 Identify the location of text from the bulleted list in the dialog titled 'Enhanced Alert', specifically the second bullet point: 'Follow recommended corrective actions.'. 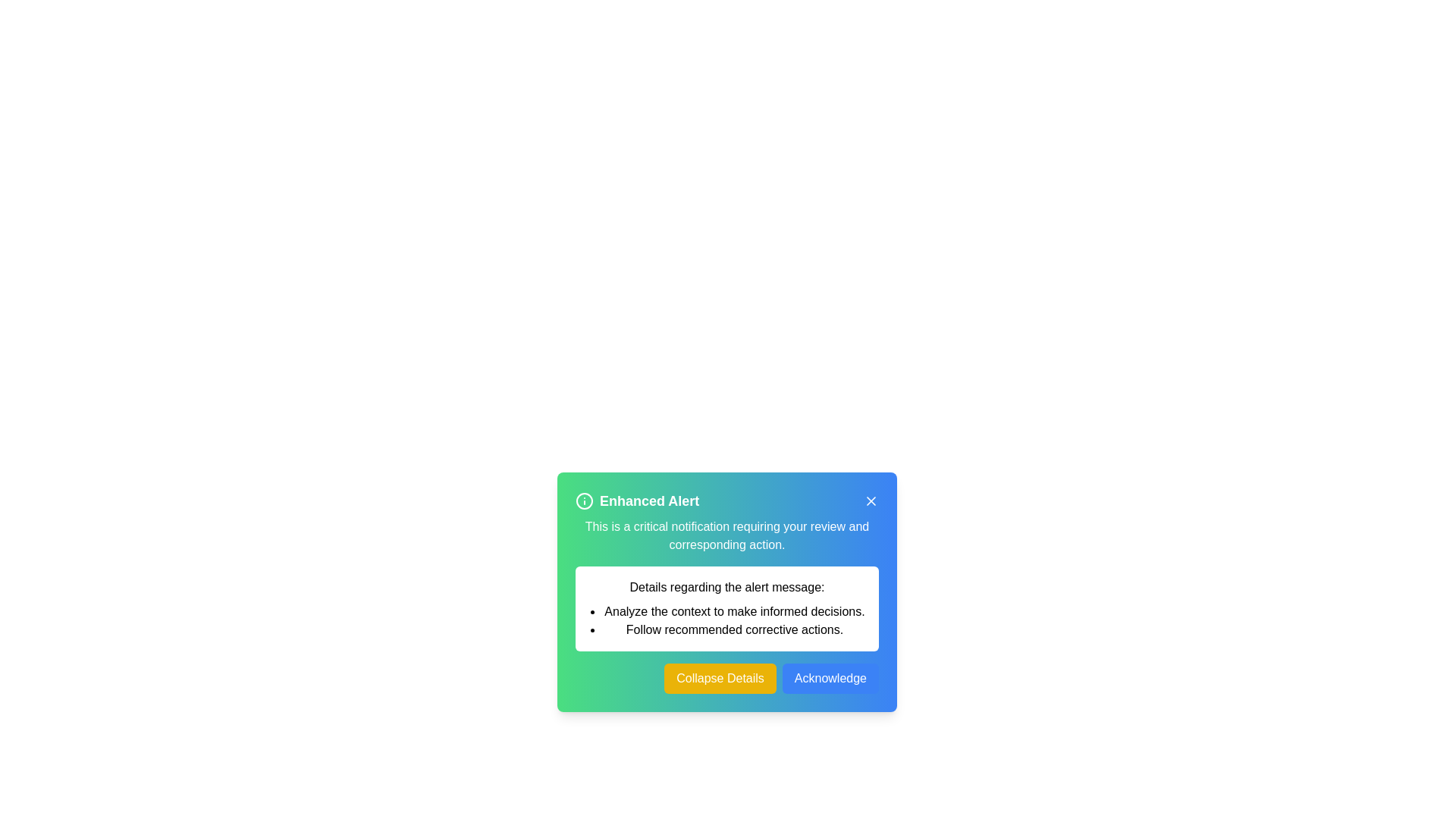
(726, 620).